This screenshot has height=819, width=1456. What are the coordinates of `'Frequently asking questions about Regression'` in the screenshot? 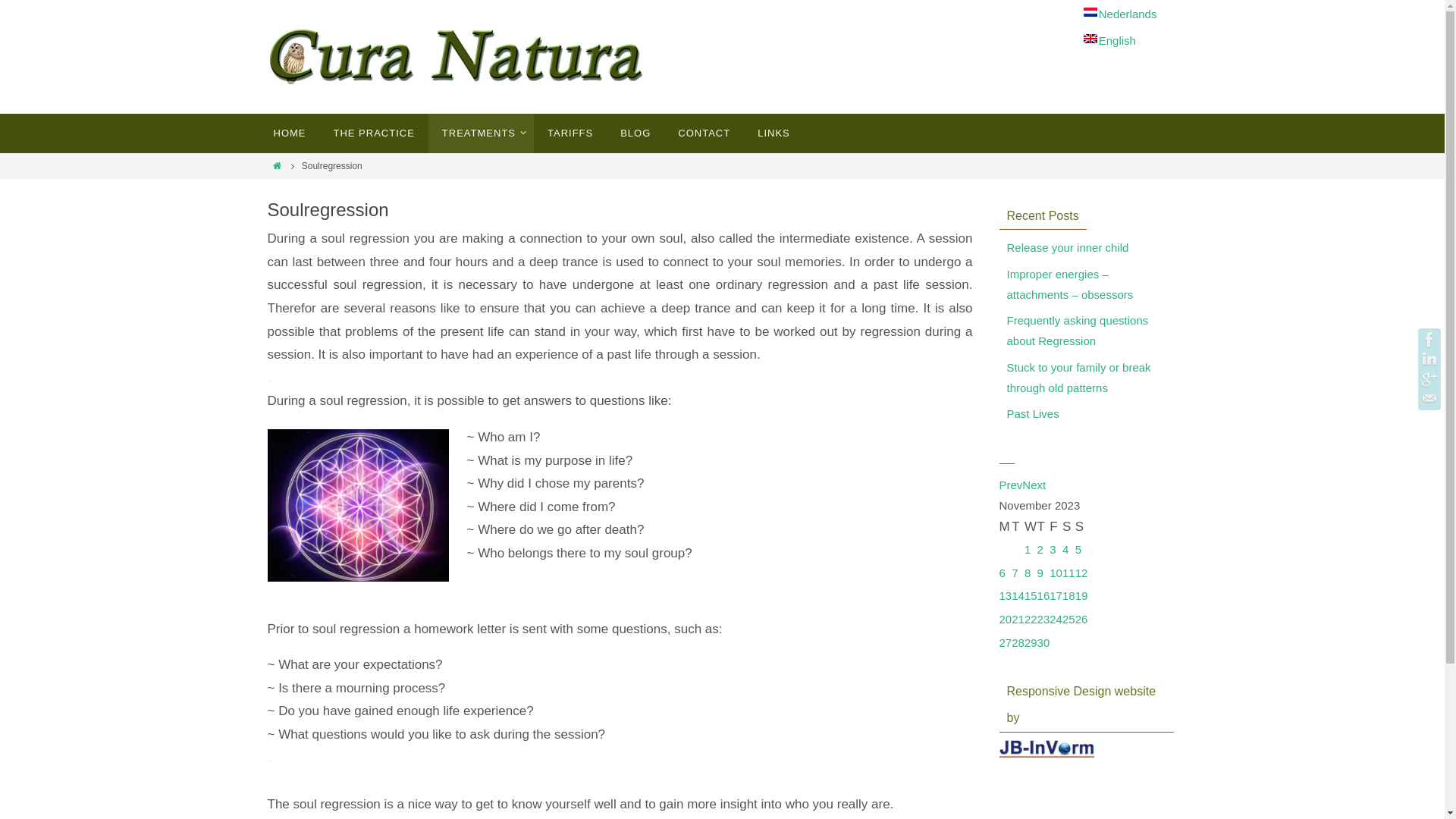 It's located at (1077, 330).